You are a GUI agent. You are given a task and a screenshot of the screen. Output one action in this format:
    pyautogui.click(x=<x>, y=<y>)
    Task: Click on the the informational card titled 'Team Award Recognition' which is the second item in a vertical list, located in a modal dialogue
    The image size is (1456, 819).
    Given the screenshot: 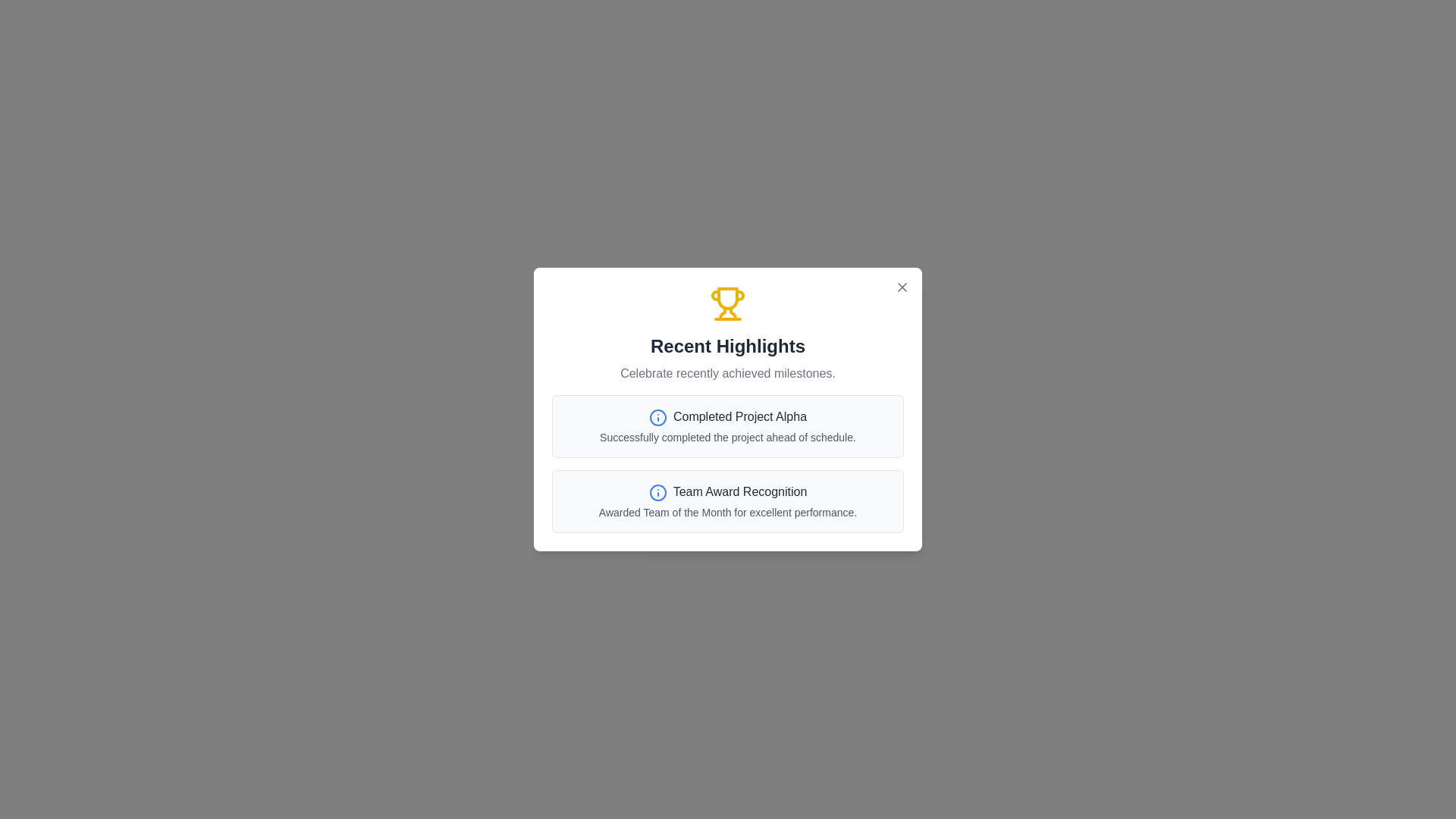 What is the action you would take?
    pyautogui.click(x=728, y=500)
    